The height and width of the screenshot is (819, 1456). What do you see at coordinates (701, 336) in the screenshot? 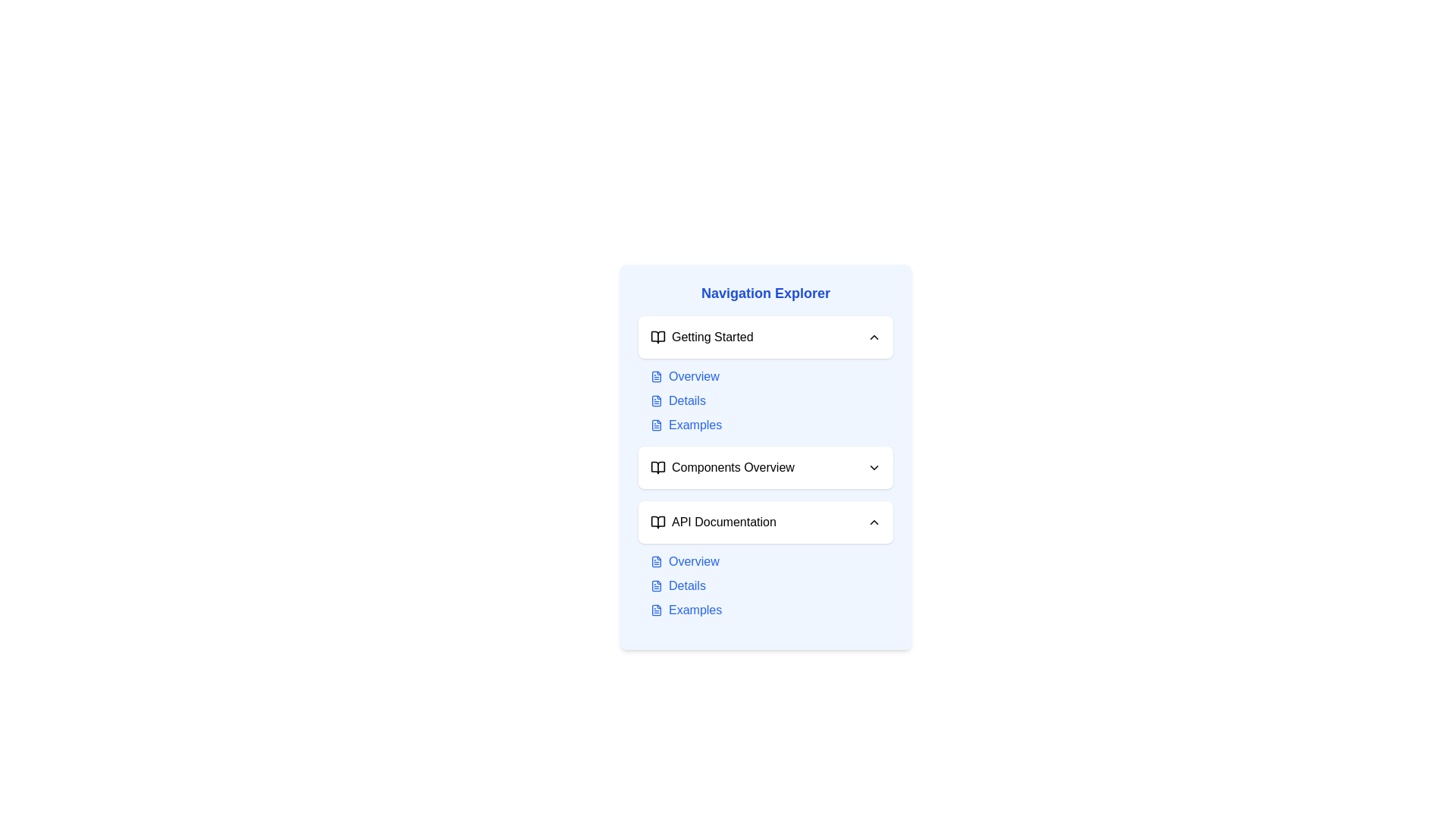
I see `the Navigation link with an icon resembling an open book and the text 'Getting Started' to potentially highlight it or reveal additional information` at bounding box center [701, 336].